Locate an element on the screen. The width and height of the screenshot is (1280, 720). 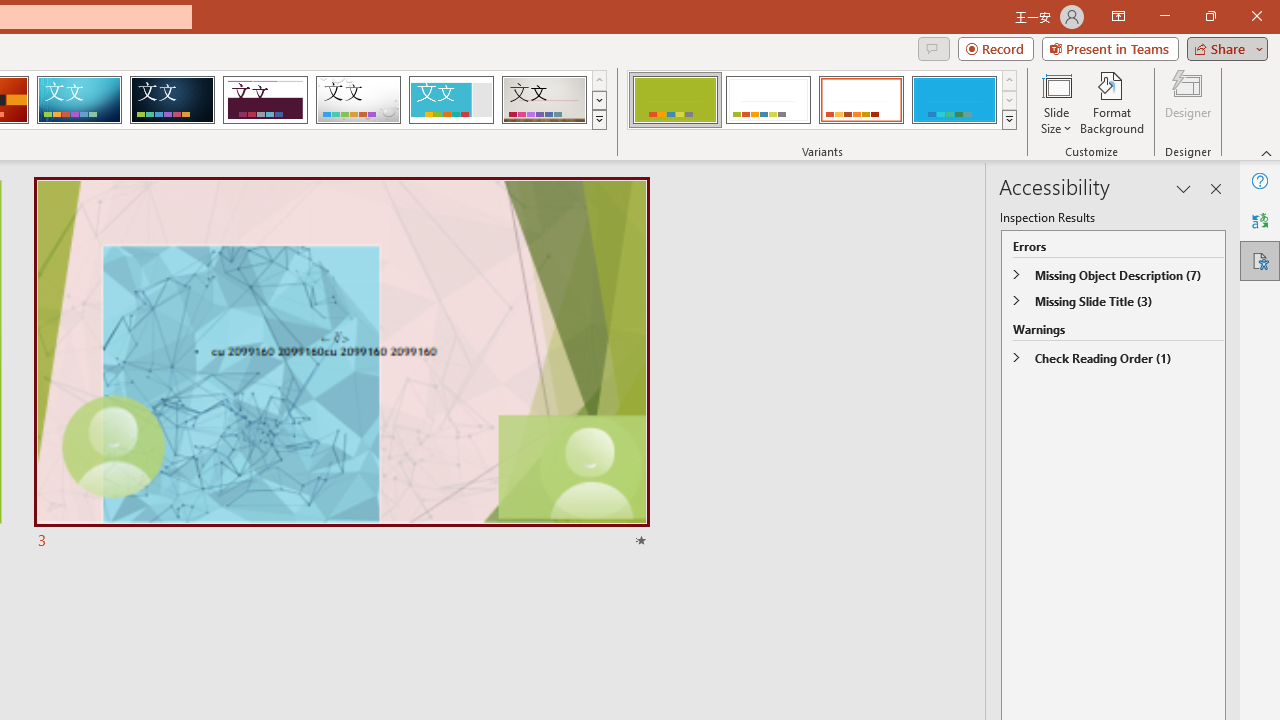
'Gallery' is located at coordinates (544, 100).